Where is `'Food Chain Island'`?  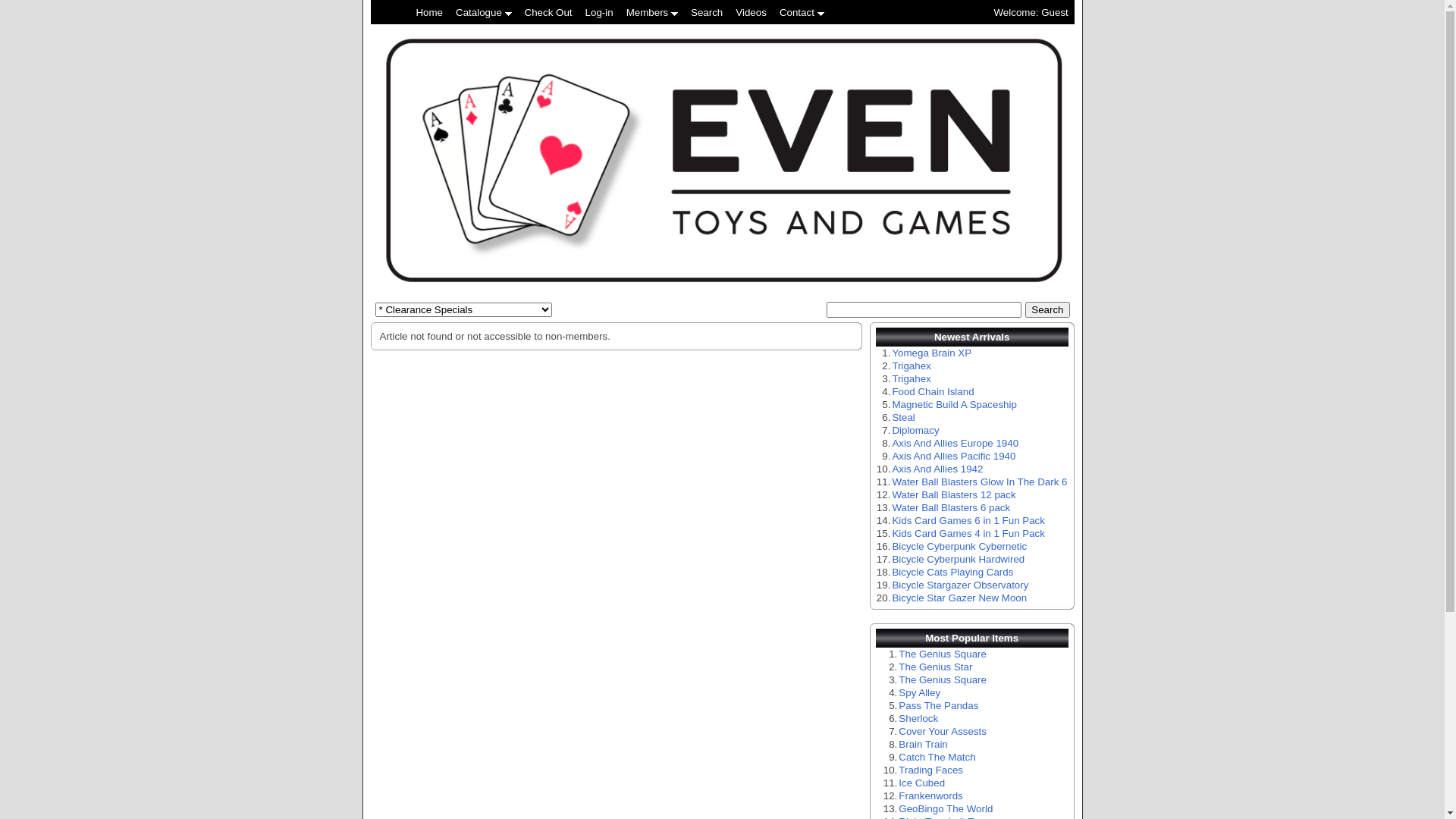
'Food Chain Island' is located at coordinates (931, 391).